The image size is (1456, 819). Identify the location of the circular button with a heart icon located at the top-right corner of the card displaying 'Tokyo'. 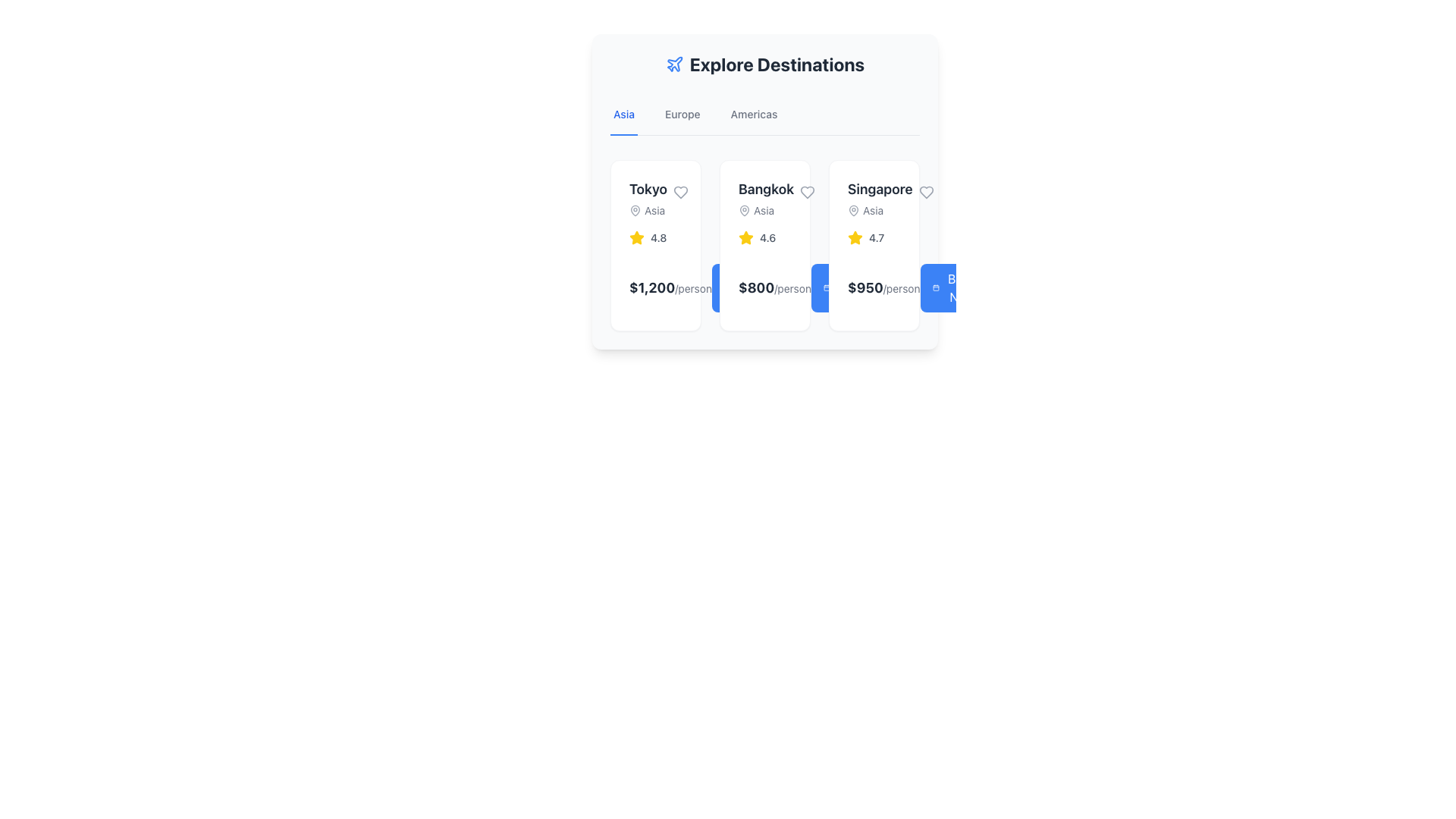
(679, 192).